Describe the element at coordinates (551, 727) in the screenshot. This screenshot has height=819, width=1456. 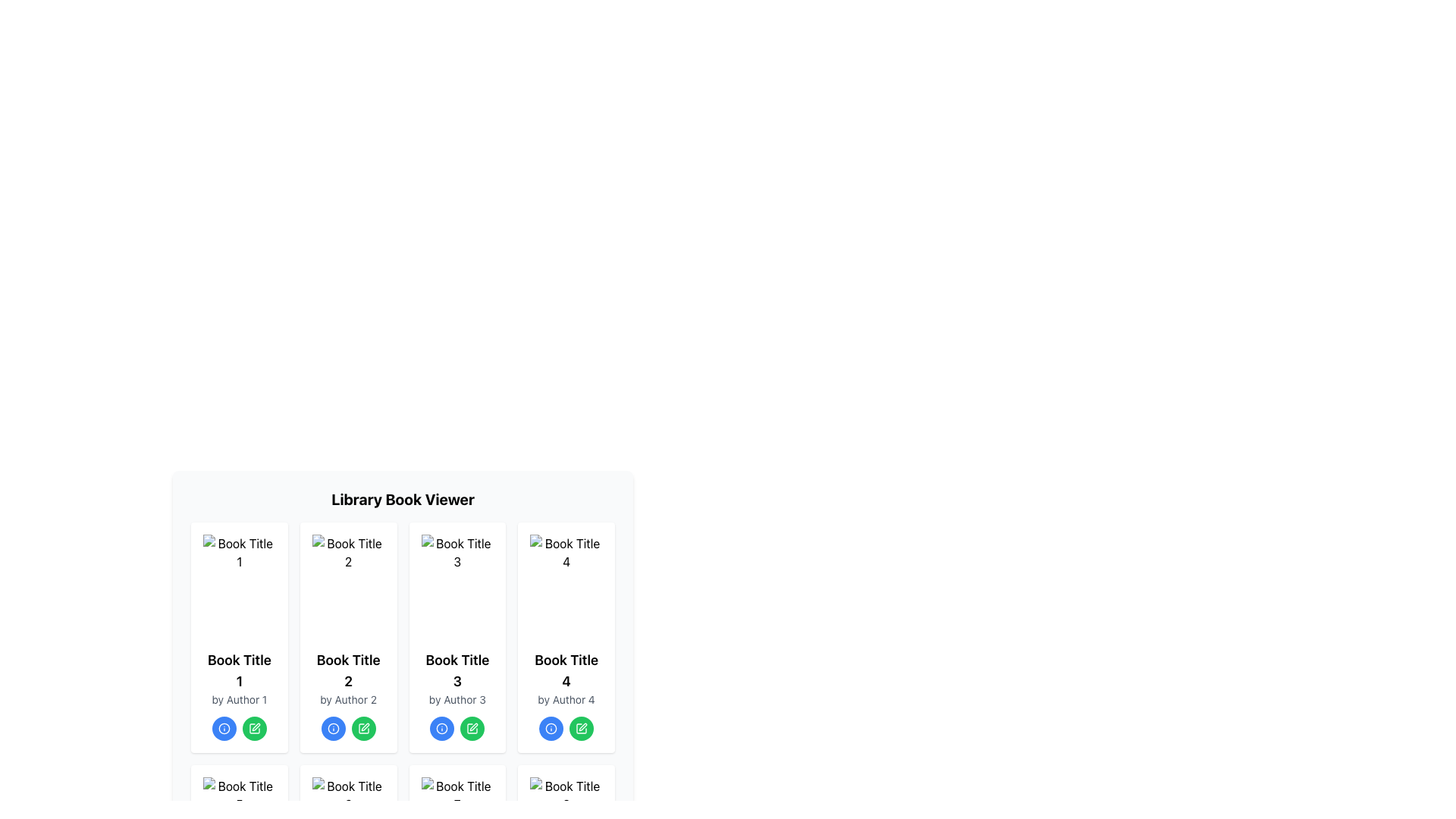
I see `the visual appearance of the SVG Circle, which is a circular icon with a thin stroke and no fill, located inside the info icon of the book card under the 'Book Title 4' section in the fourth column of the book grid` at that location.